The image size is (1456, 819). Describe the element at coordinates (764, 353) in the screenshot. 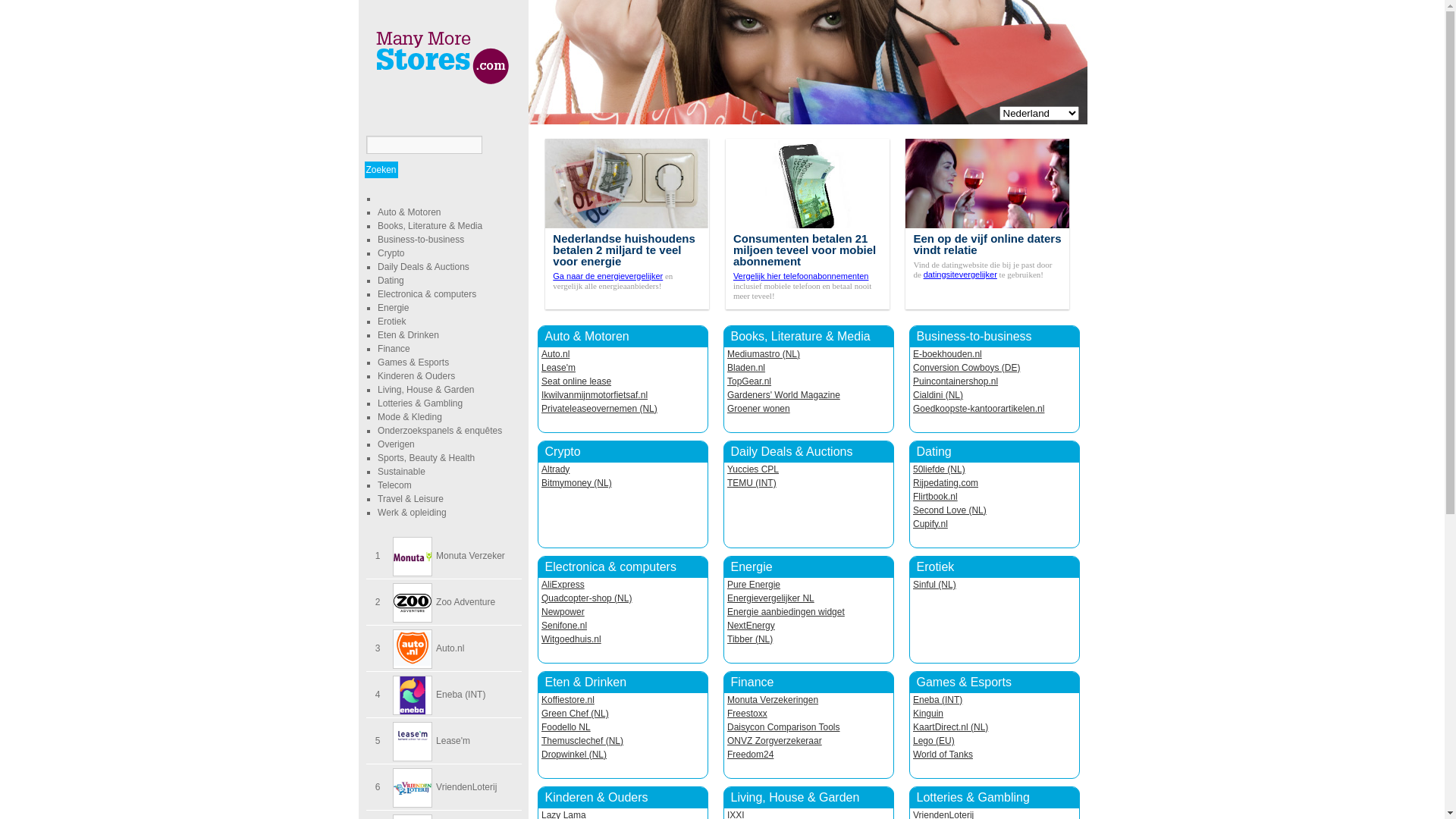

I see `'Mediumastro (NL)'` at that location.